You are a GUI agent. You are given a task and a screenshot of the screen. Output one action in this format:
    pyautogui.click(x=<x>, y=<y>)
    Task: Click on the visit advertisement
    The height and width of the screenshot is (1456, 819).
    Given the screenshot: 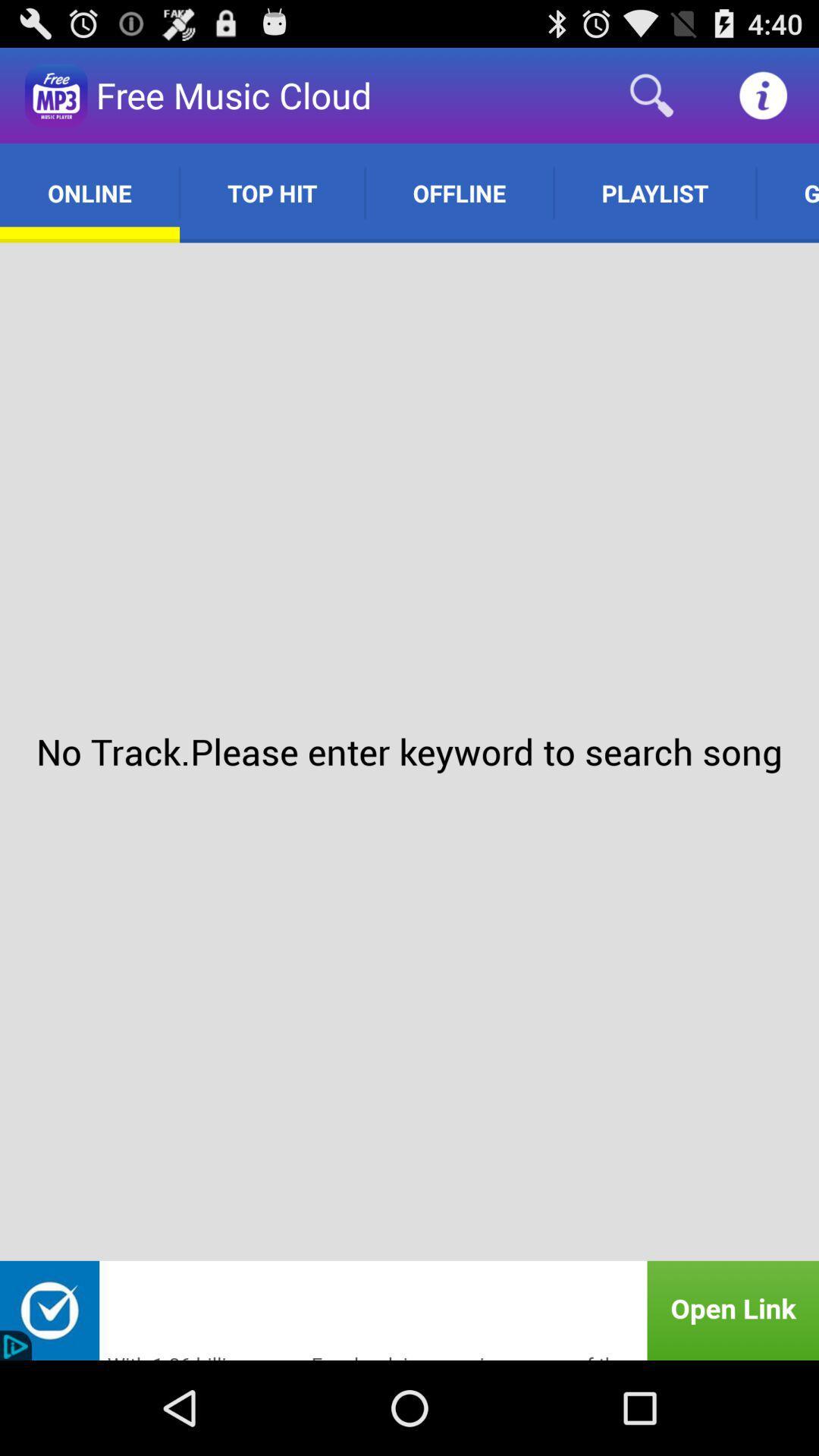 What is the action you would take?
    pyautogui.click(x=409, y=1310)
    